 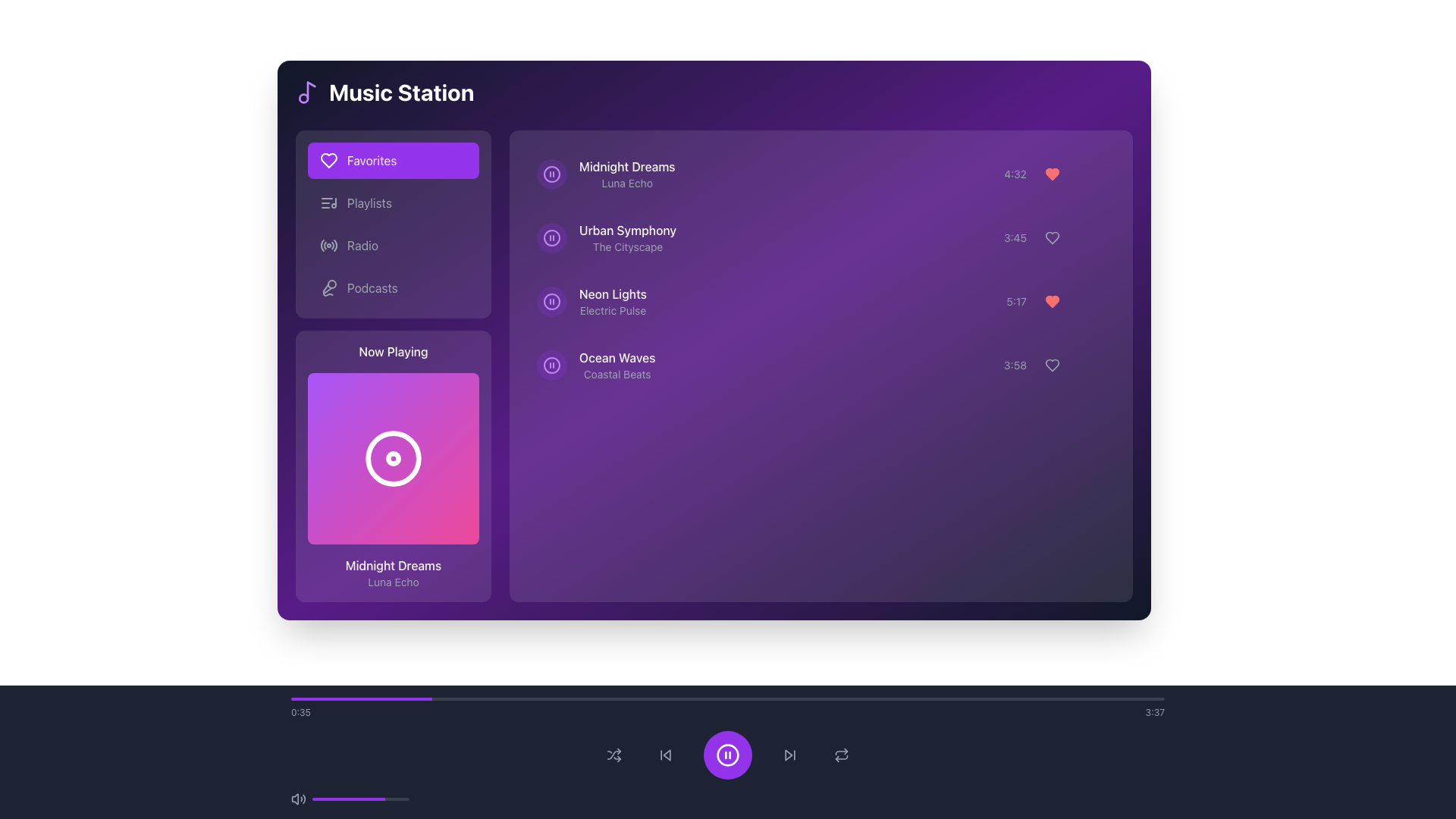 What do you see at coordinates (328, 202) in the screenshot?
I see `the 'Playlists' icon element located in the sidebar menu, which visually indicates the 'Playlists' menu item beneath 'Favorites'` at bounding box center [328, 202].